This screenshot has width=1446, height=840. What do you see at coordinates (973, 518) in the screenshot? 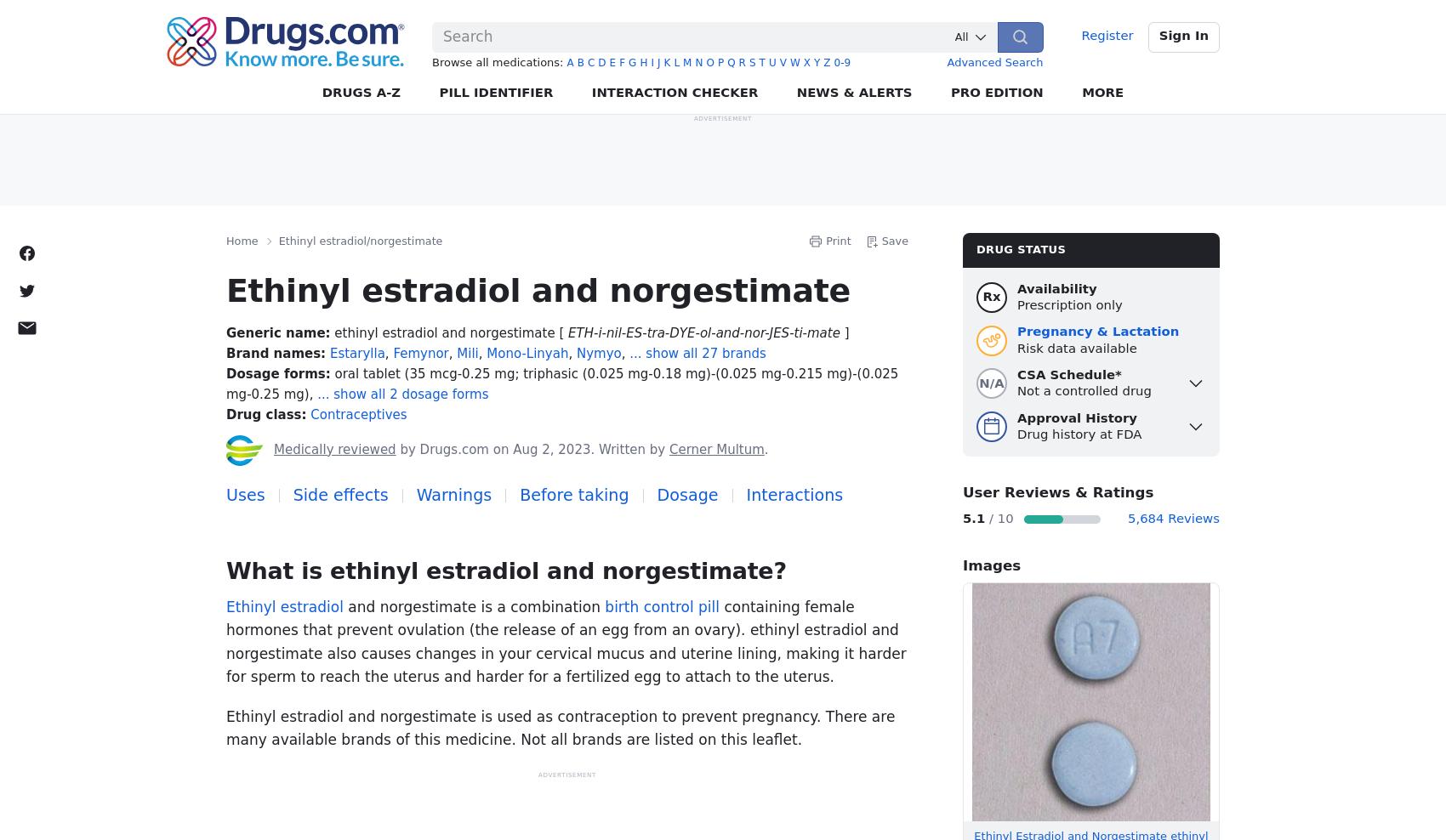
I see `'5.1'` at bounding box center [973, 518].